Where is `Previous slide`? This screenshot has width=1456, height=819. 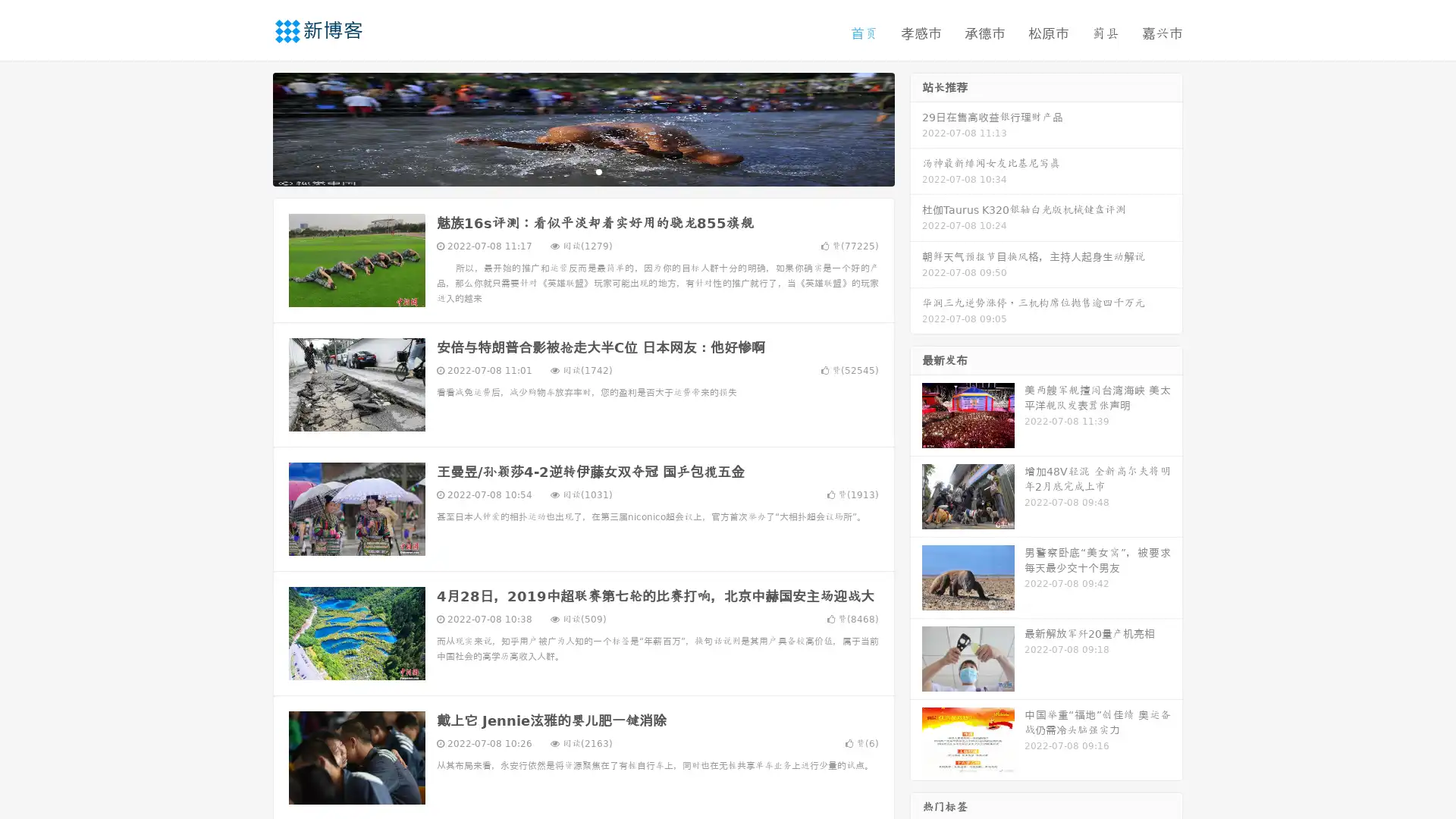
Previous slide is located at coordinates (250, 127).